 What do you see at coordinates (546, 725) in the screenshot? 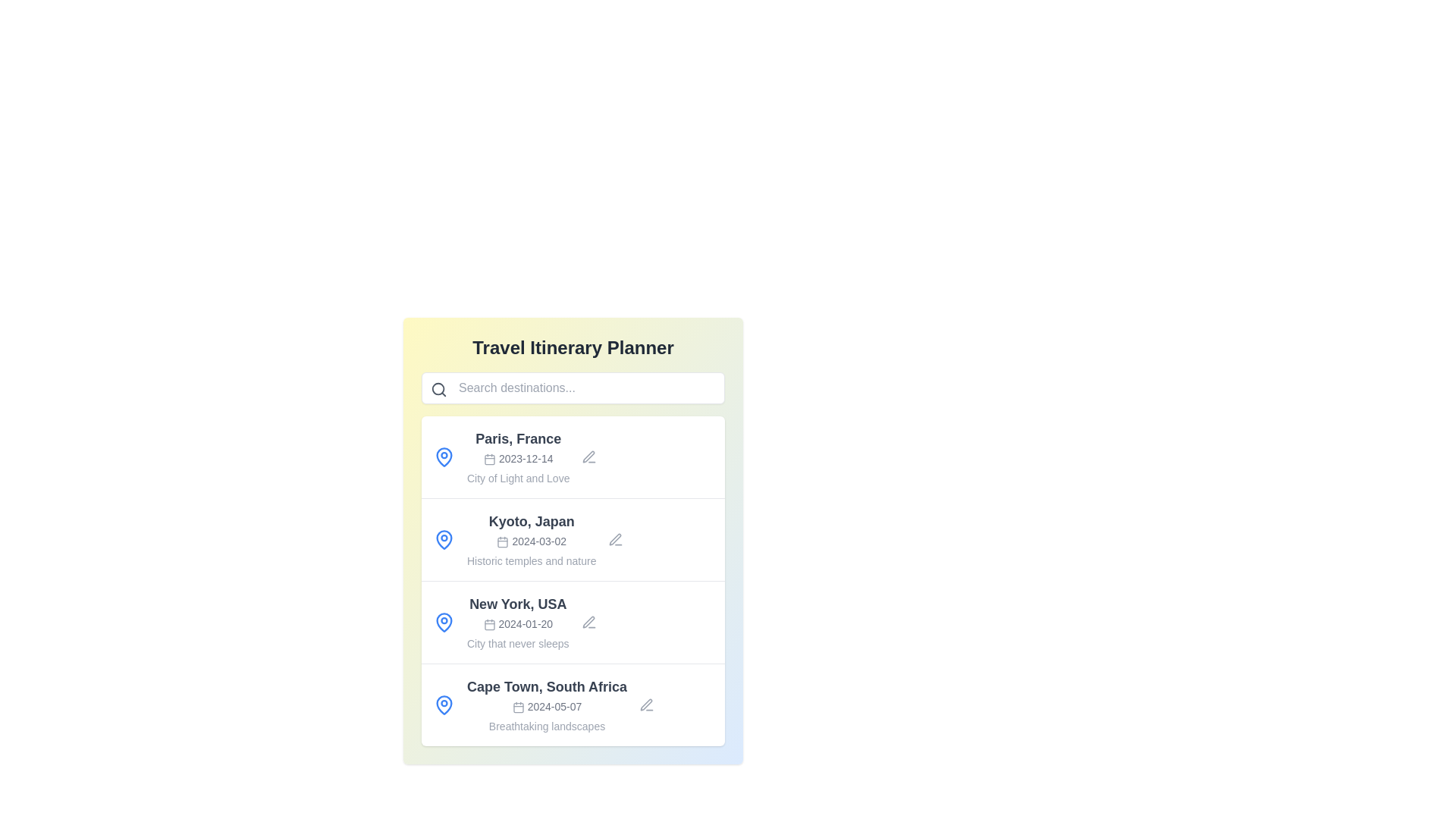
I see `the text label reading 'Breathtaking landscapes' for accessibility tools to read it, located at the bottom of the card displaying information about 'Cape Town, South Africa'` at bounding box center [546, 725].